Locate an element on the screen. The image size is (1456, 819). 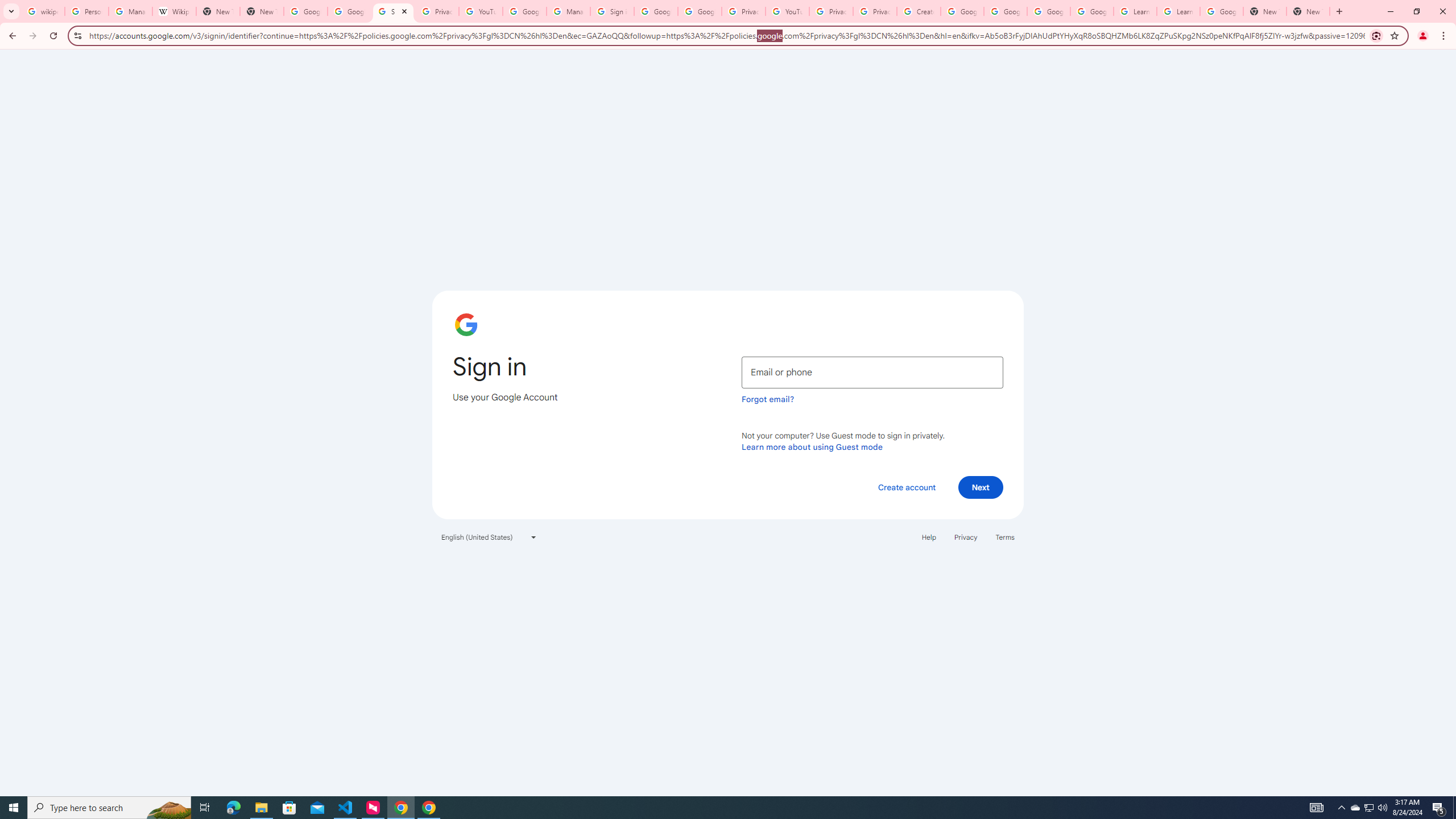
'Create account' is located at coordinates (906, 486).